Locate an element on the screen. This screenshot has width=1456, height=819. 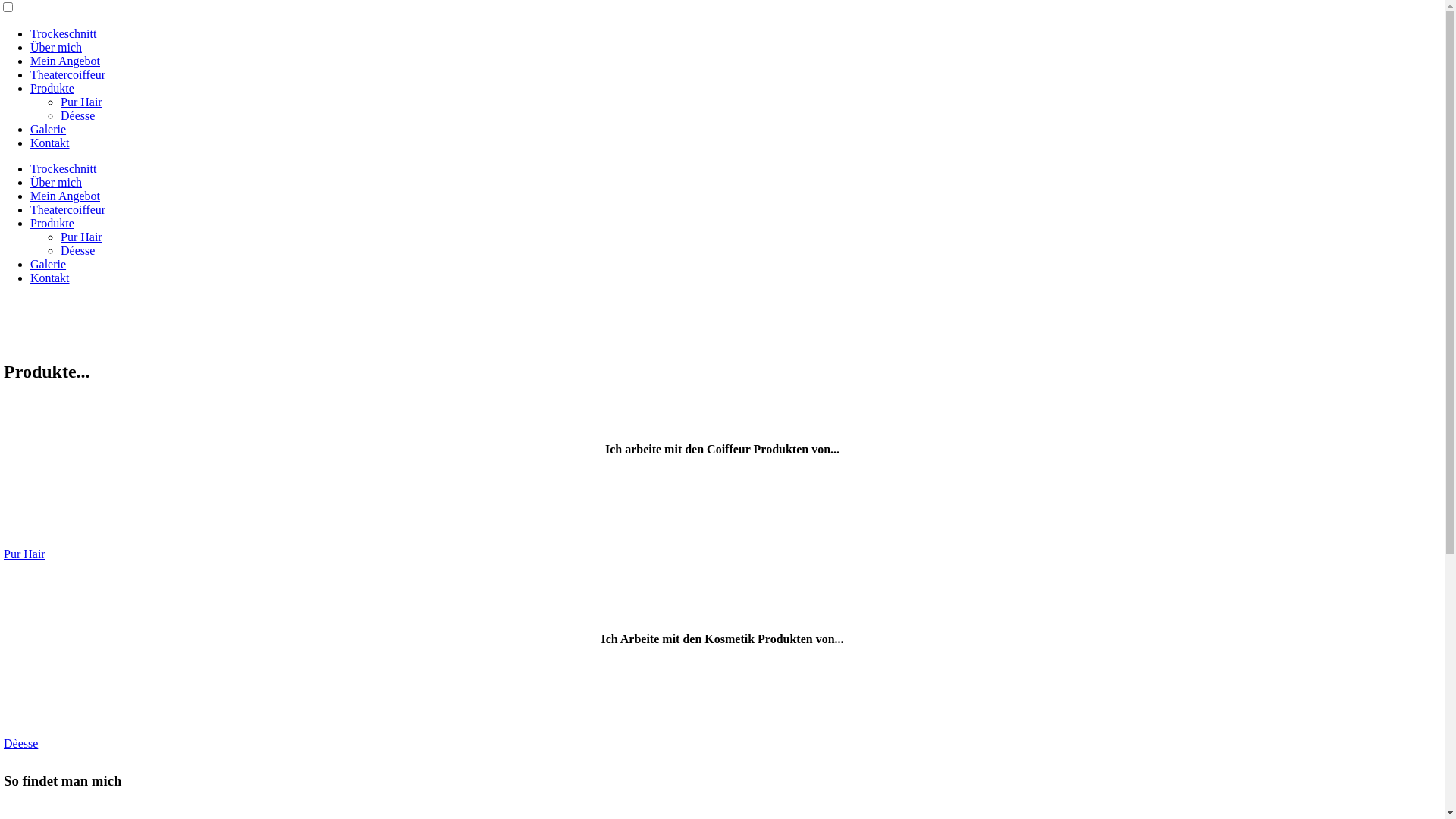
'Pur Hair' is located at coordinates (80, 102).